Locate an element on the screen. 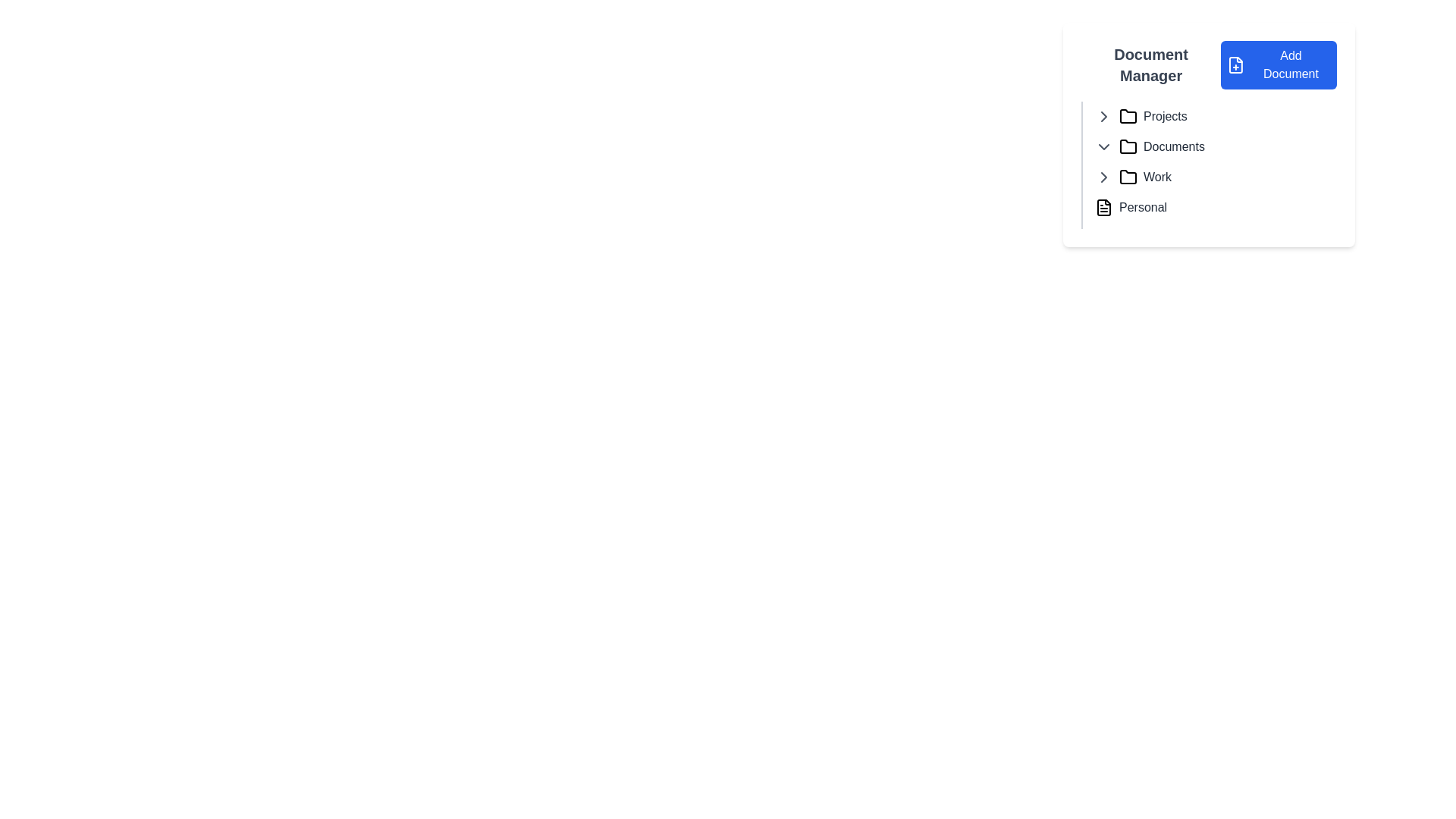 This screenshot has width=1456, height=819. the graphic icon located to the left of the 'Add Document' text label in the button at the top-right corner of the interface is located at coordinates (1236, 64).